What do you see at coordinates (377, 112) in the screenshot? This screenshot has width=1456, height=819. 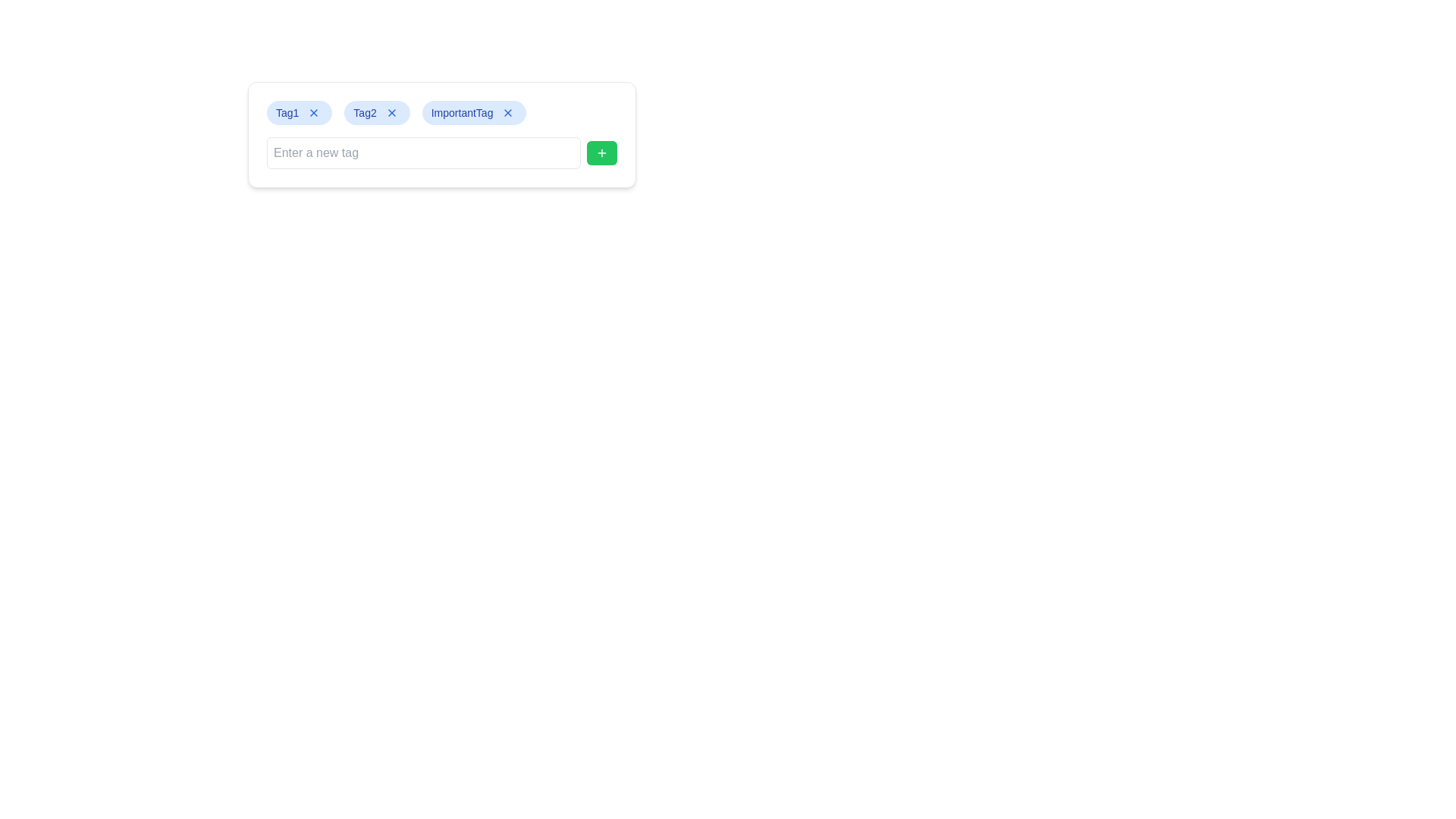 I see `the tag labeled 'Tag2' for keyboard navigation` at bounding box center [377, 112].